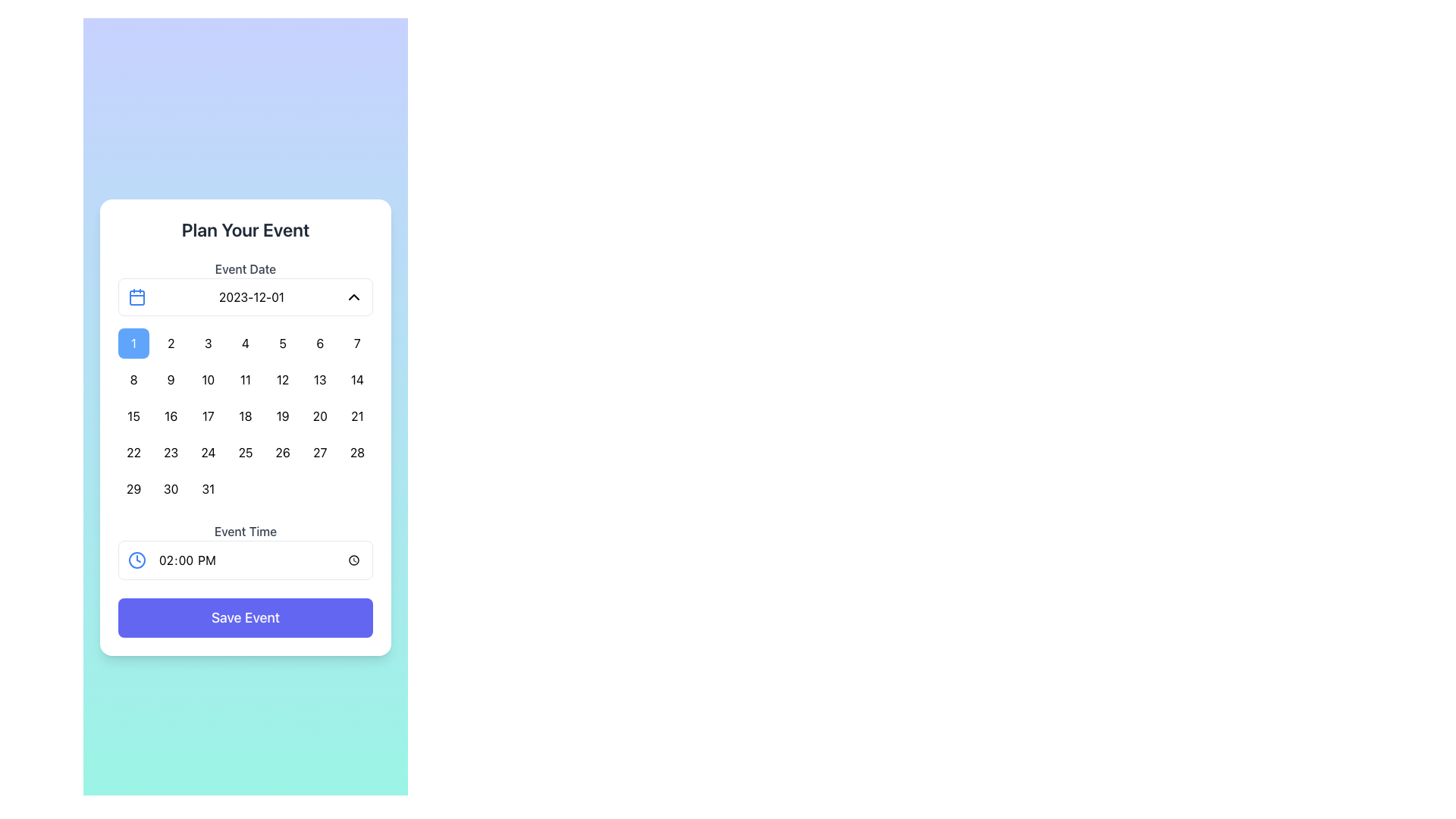 This screenshot has height=819, width=1456. Describe the element at coordinates (356, 379) in the screenshot. I see `the button displaying the number '14' in a rounded square` at that location.